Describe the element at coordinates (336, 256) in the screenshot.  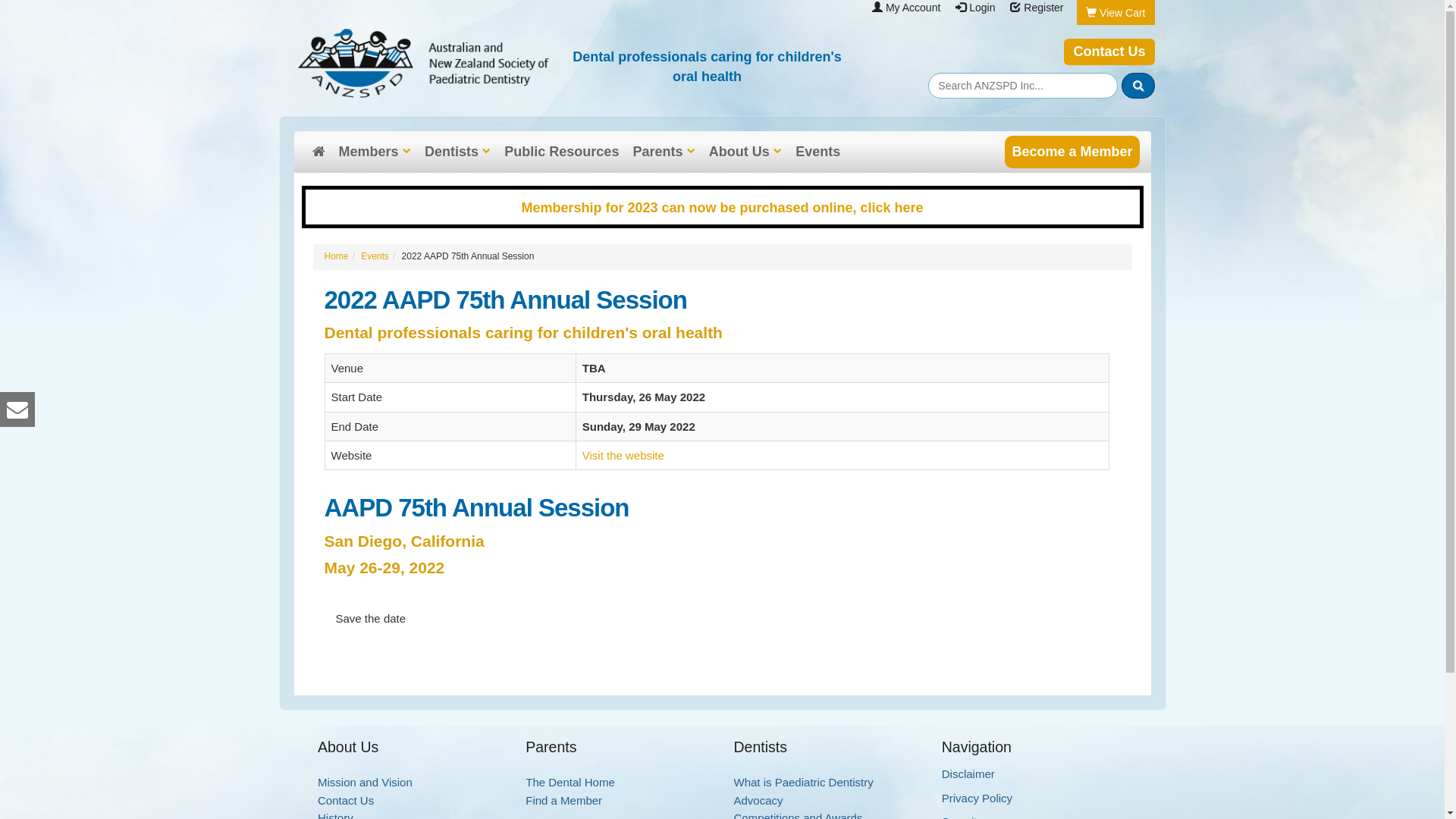
I see `'Home'` at that location.